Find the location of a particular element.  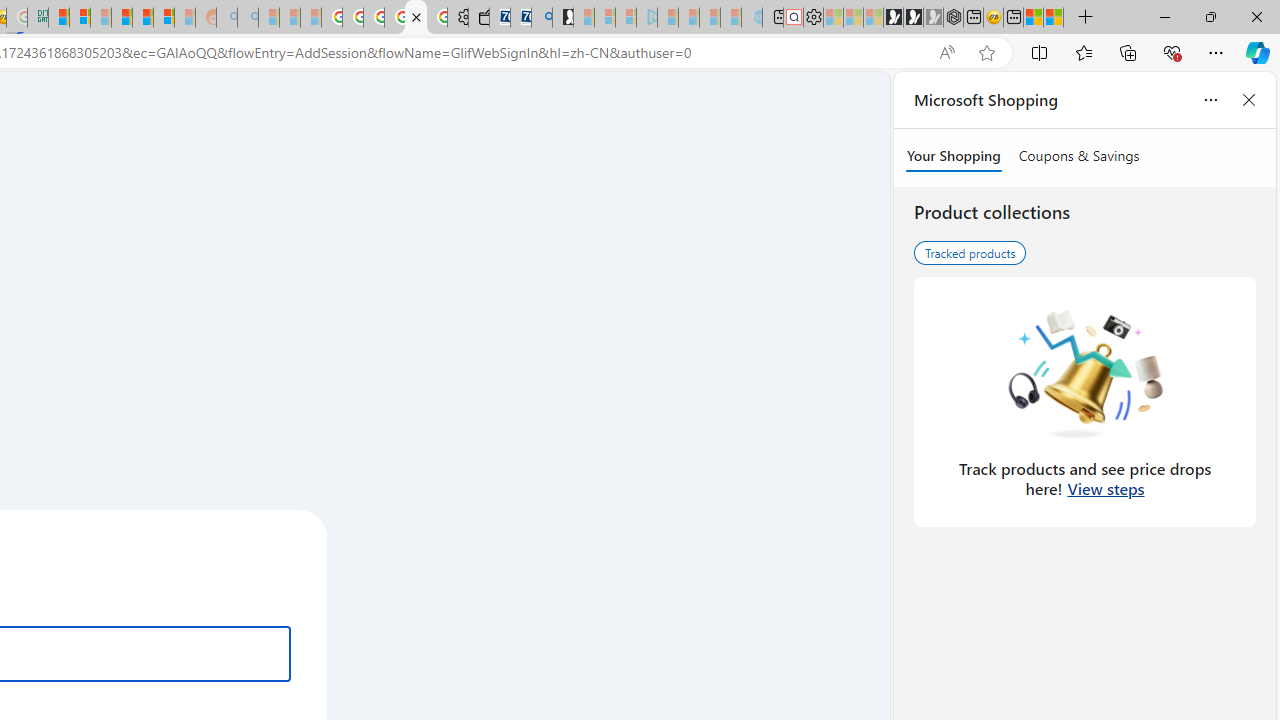

'Wallet' is located at coordinates (477, 17).